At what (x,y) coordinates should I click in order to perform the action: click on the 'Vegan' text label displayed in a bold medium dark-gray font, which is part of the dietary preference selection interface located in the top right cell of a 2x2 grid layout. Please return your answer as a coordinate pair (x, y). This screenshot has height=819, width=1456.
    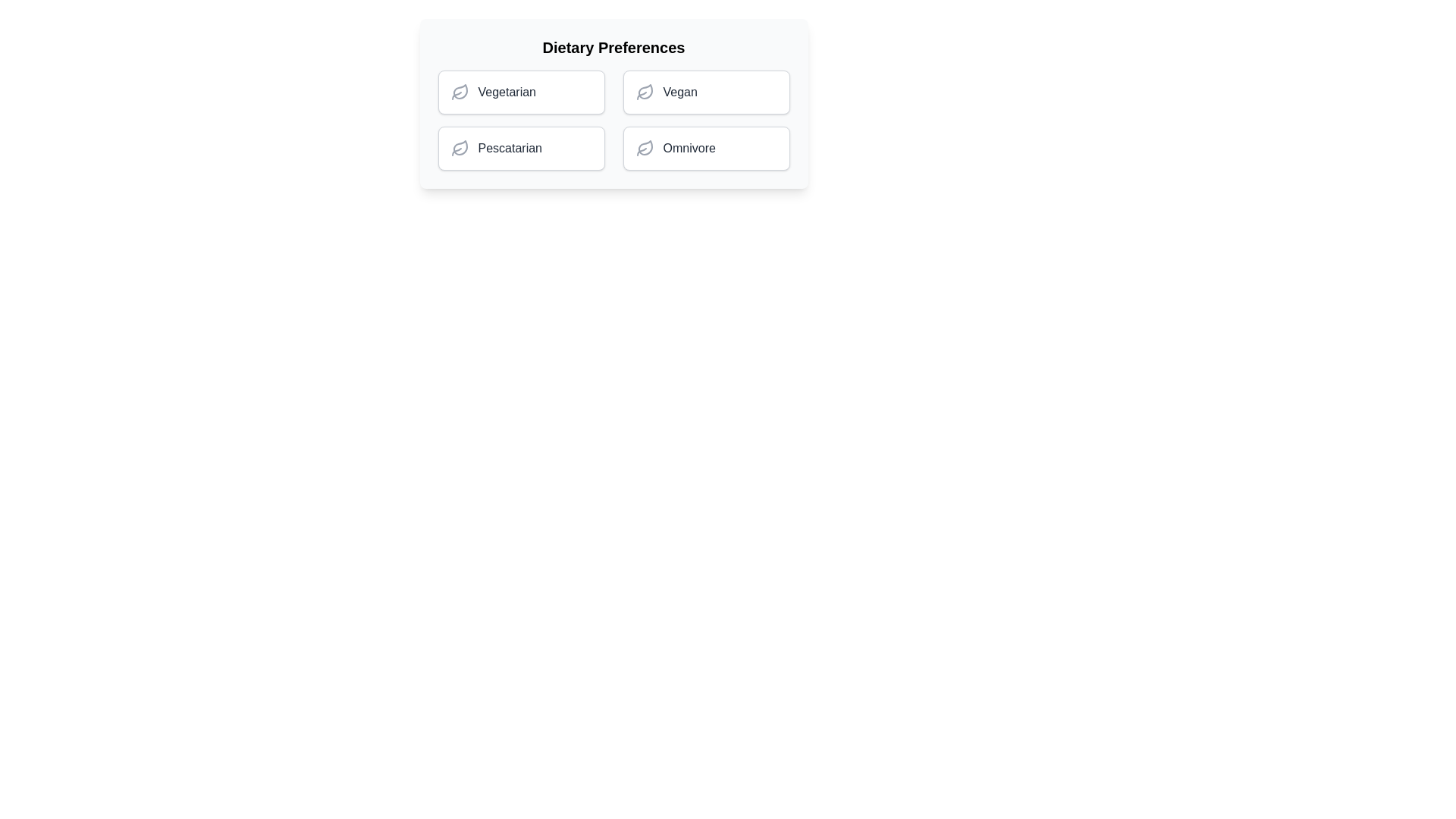
    Looking at the image, I should click on (679, 93).